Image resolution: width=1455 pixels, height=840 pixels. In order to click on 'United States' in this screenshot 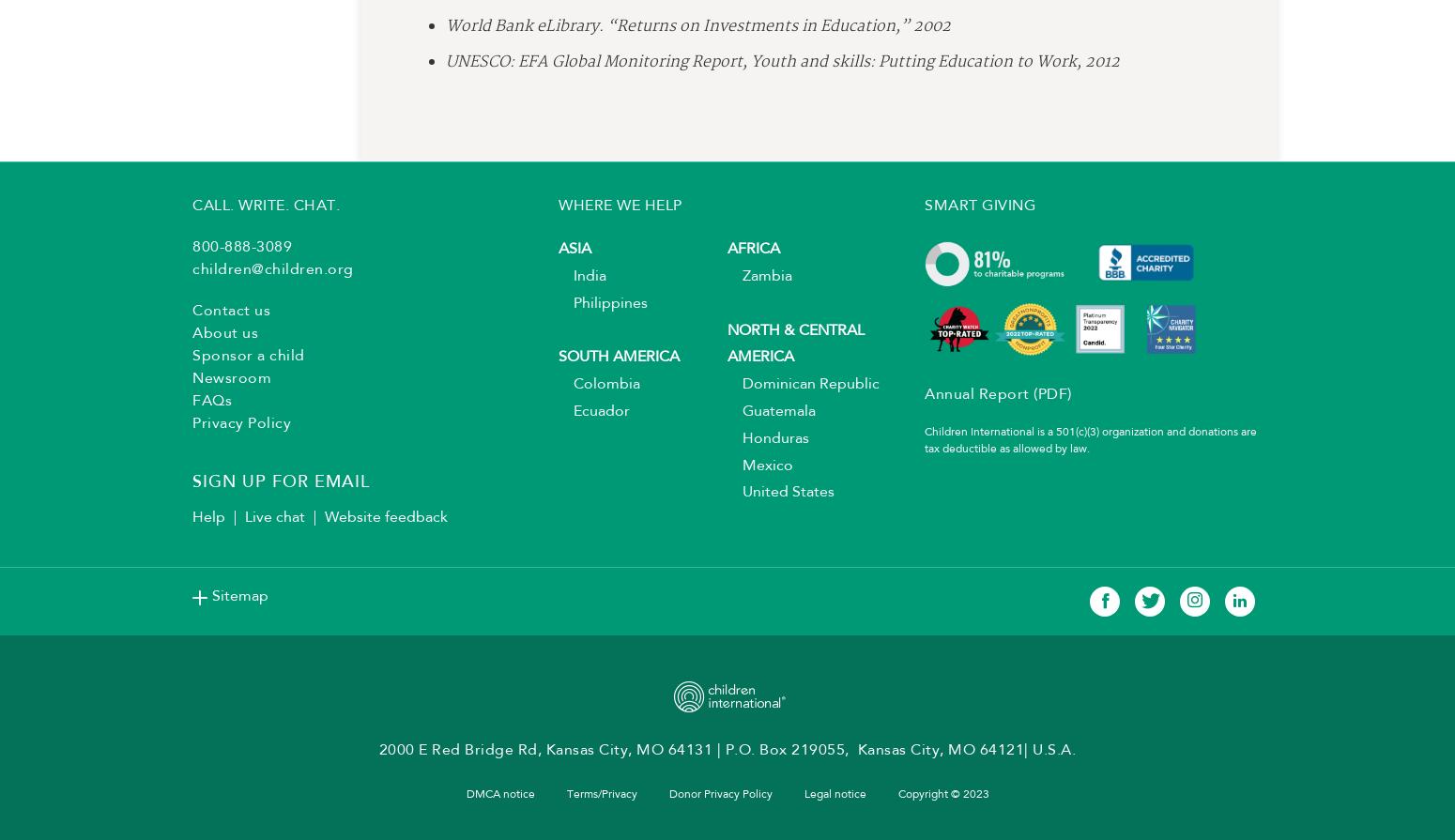, I will do `click(780, 498)`.